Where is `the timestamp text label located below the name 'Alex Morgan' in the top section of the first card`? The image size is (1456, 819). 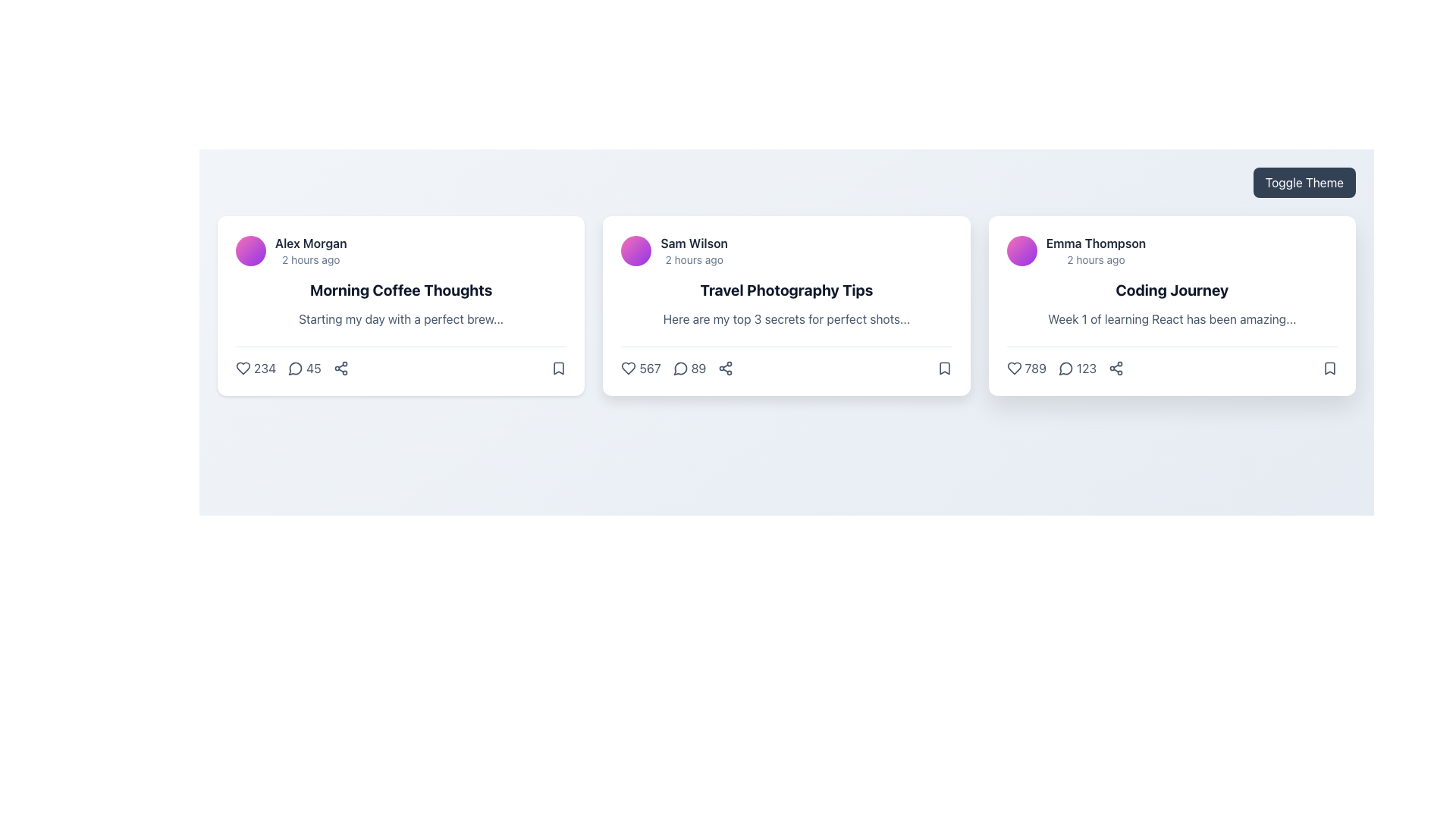 the timestamp text label located below the name 'Alex Morgan' in the top section of the first card is located at coordinates (310, 259).